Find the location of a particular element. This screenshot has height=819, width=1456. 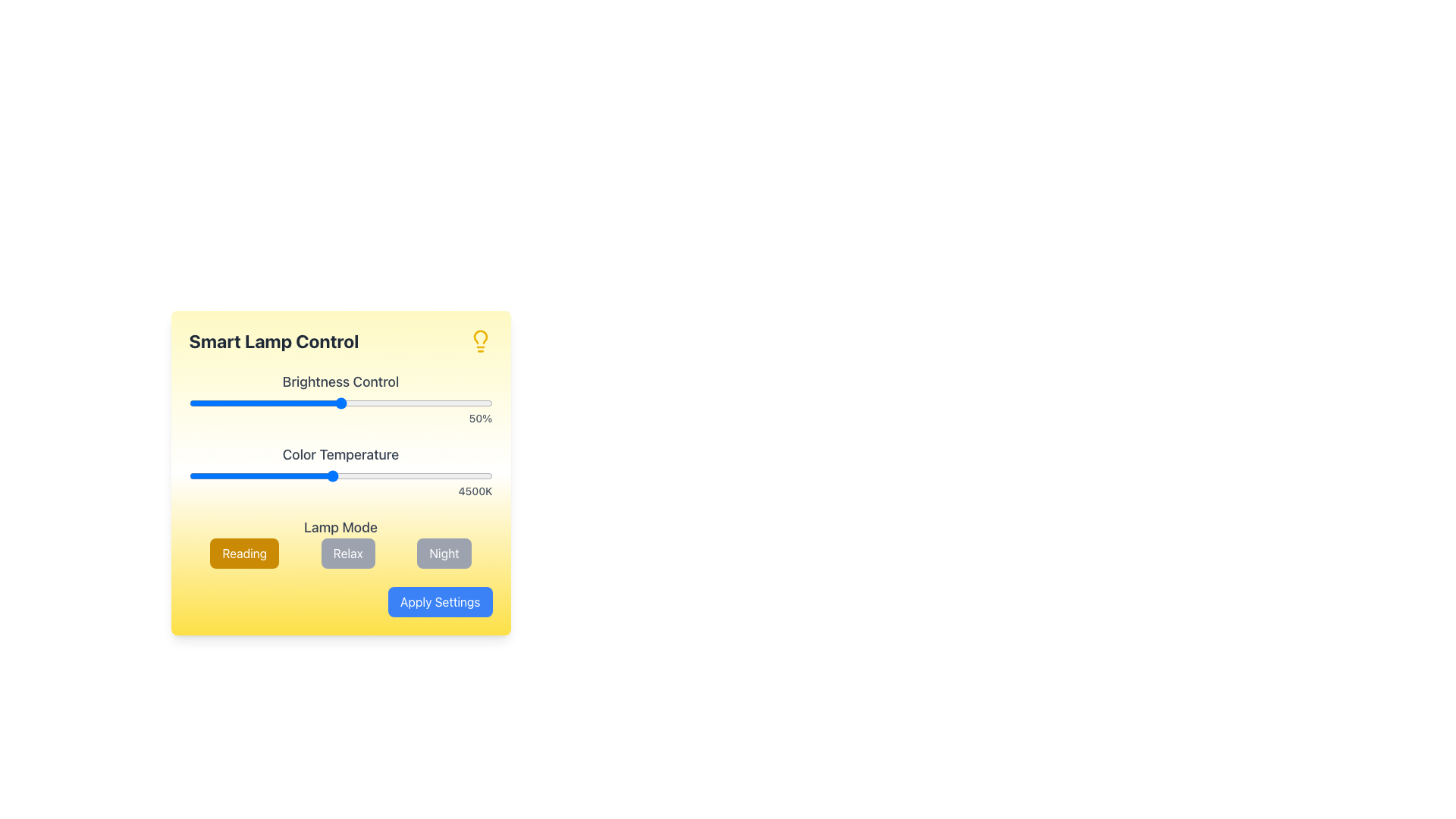

the lightbulb icon in the 'Smart Lamp Control' interface, which is a yellow vector graphic positioned in the top-right section, aligned horizontally with the title 'Smart Lamp Control' is located at coordinates (479, 341).